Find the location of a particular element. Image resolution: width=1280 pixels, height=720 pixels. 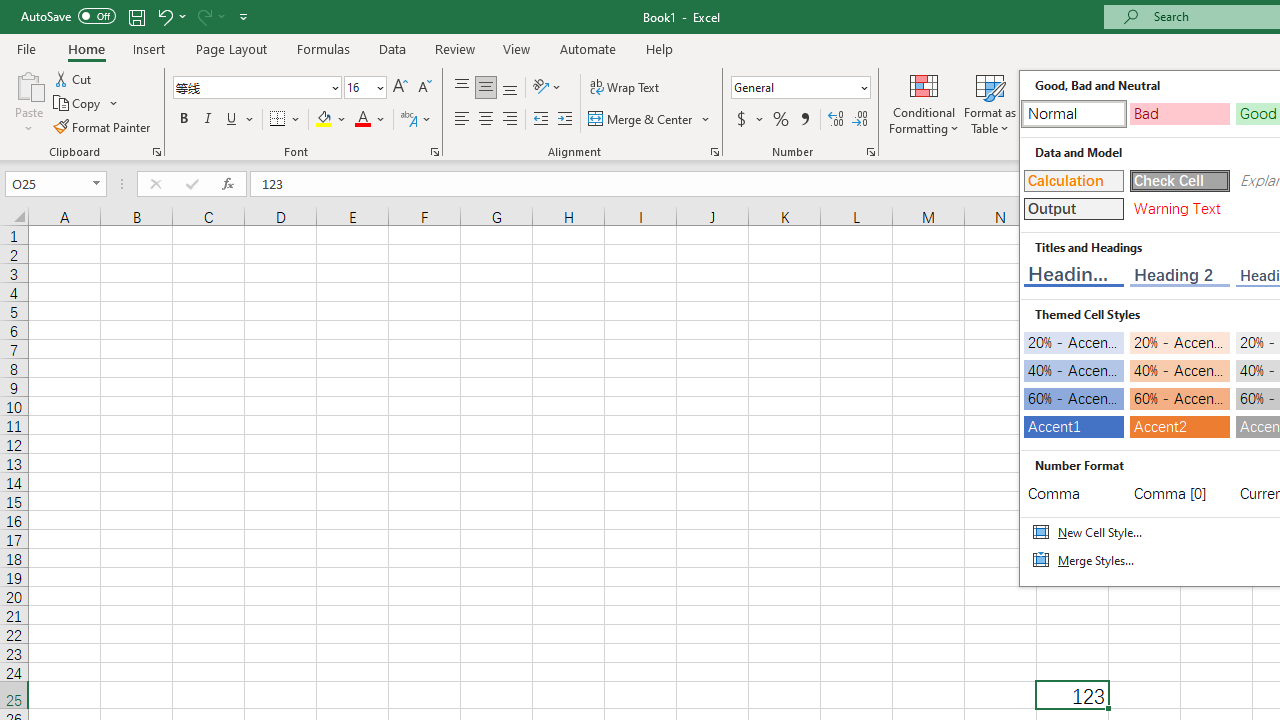

'Italic' is located at coordinates (208, 119).